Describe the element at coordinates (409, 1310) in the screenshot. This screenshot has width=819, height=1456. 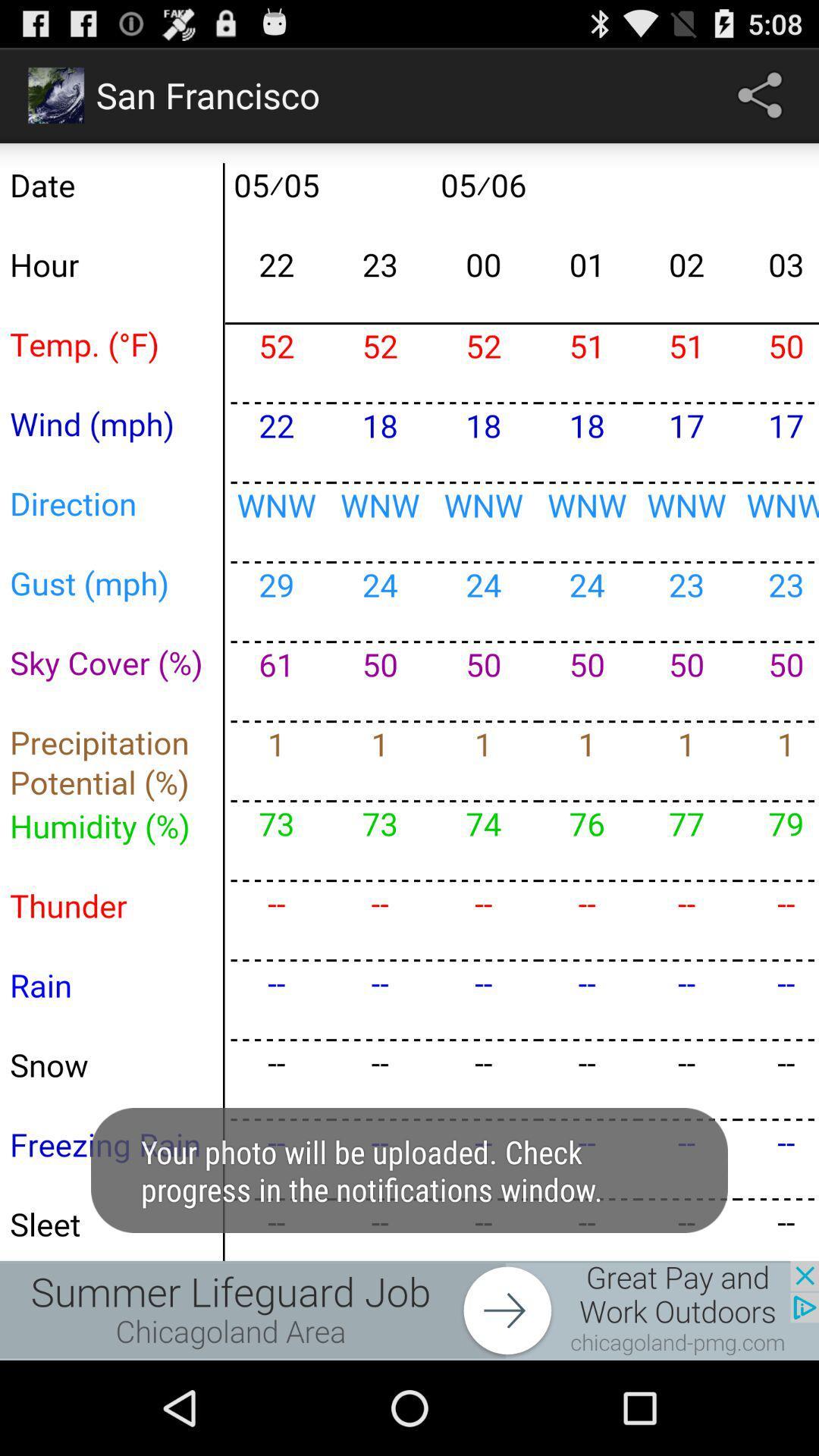
I see `open advertisement` at that location.